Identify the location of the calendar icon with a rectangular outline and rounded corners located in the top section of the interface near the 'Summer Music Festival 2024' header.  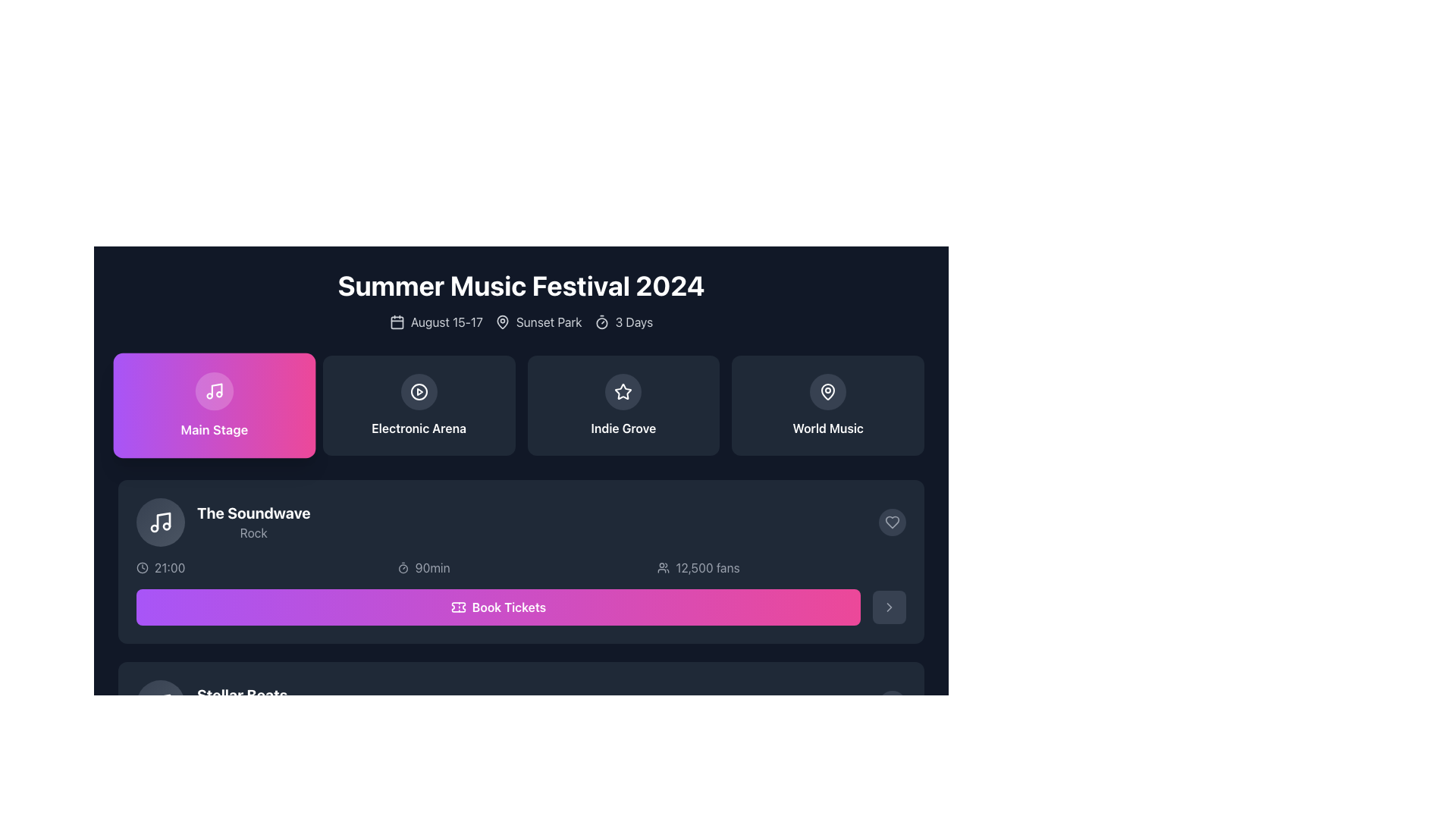
(397, 321).